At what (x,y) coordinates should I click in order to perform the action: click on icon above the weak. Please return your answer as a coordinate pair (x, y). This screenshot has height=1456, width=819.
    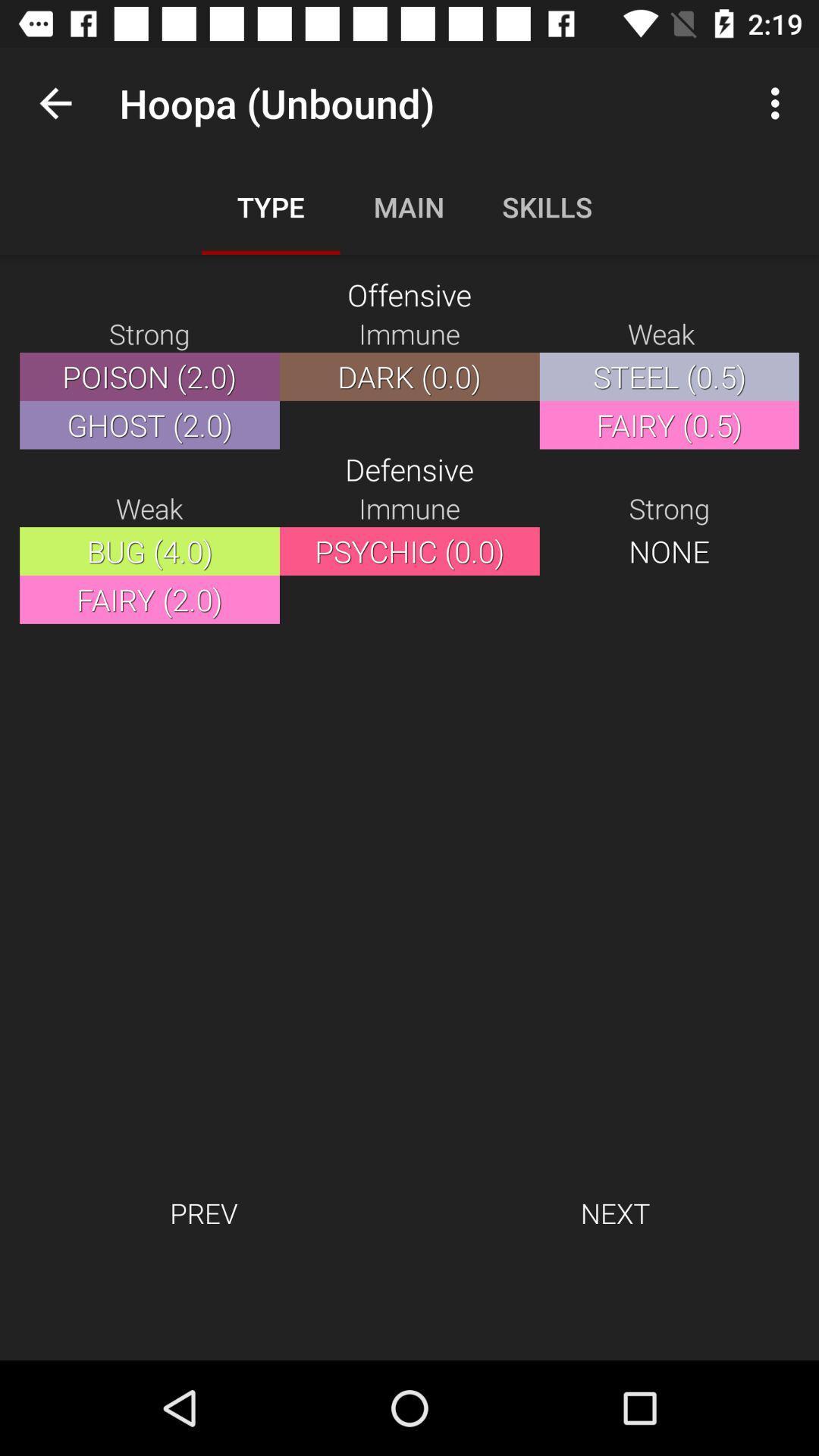
    Looking at the image, I should click on (779, 102).